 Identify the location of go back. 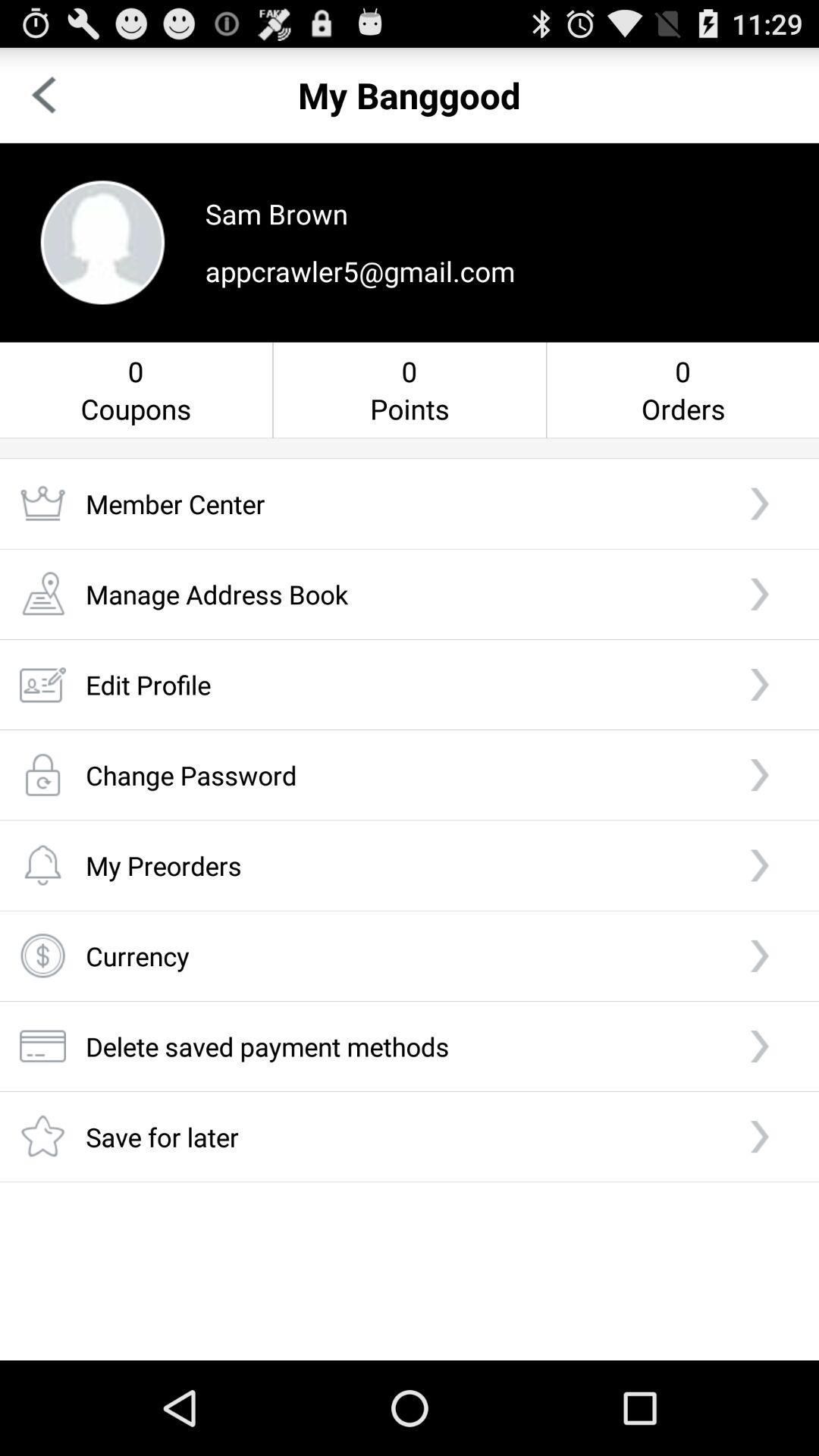
(42, 94).